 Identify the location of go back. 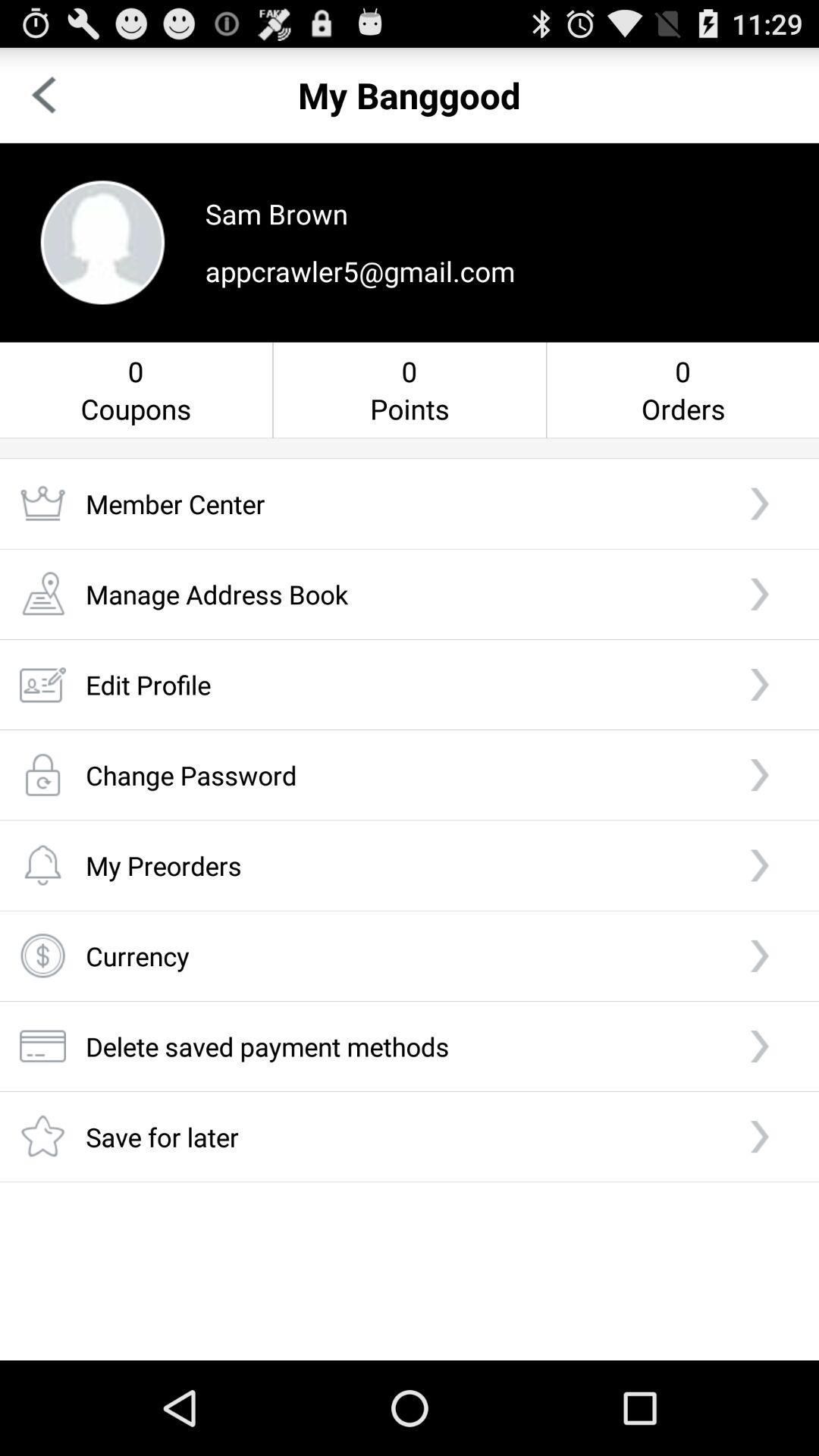
(42, 94).